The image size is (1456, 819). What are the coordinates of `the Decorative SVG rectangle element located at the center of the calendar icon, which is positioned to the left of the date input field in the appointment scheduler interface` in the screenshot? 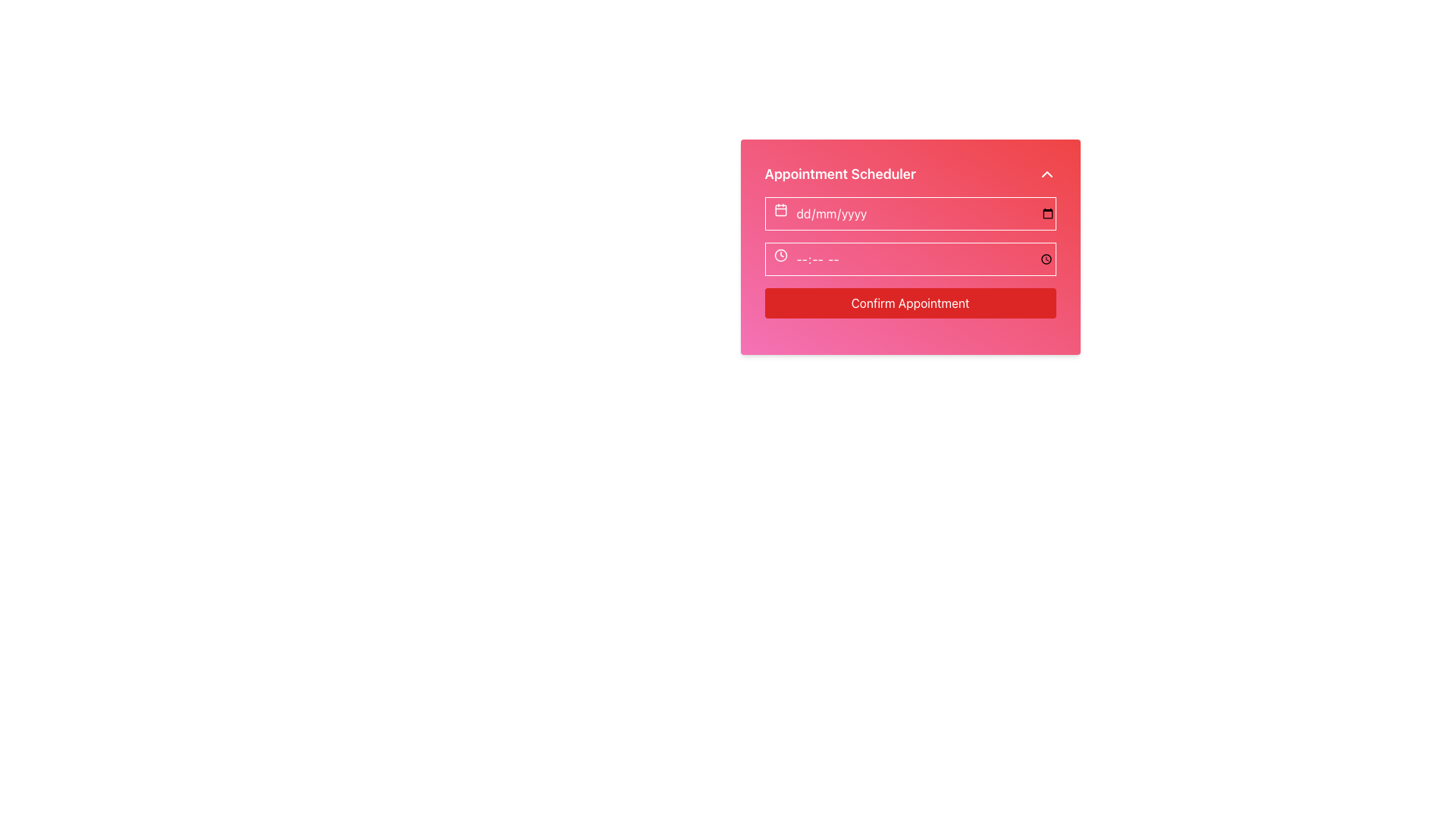 It's located at (780, 210).